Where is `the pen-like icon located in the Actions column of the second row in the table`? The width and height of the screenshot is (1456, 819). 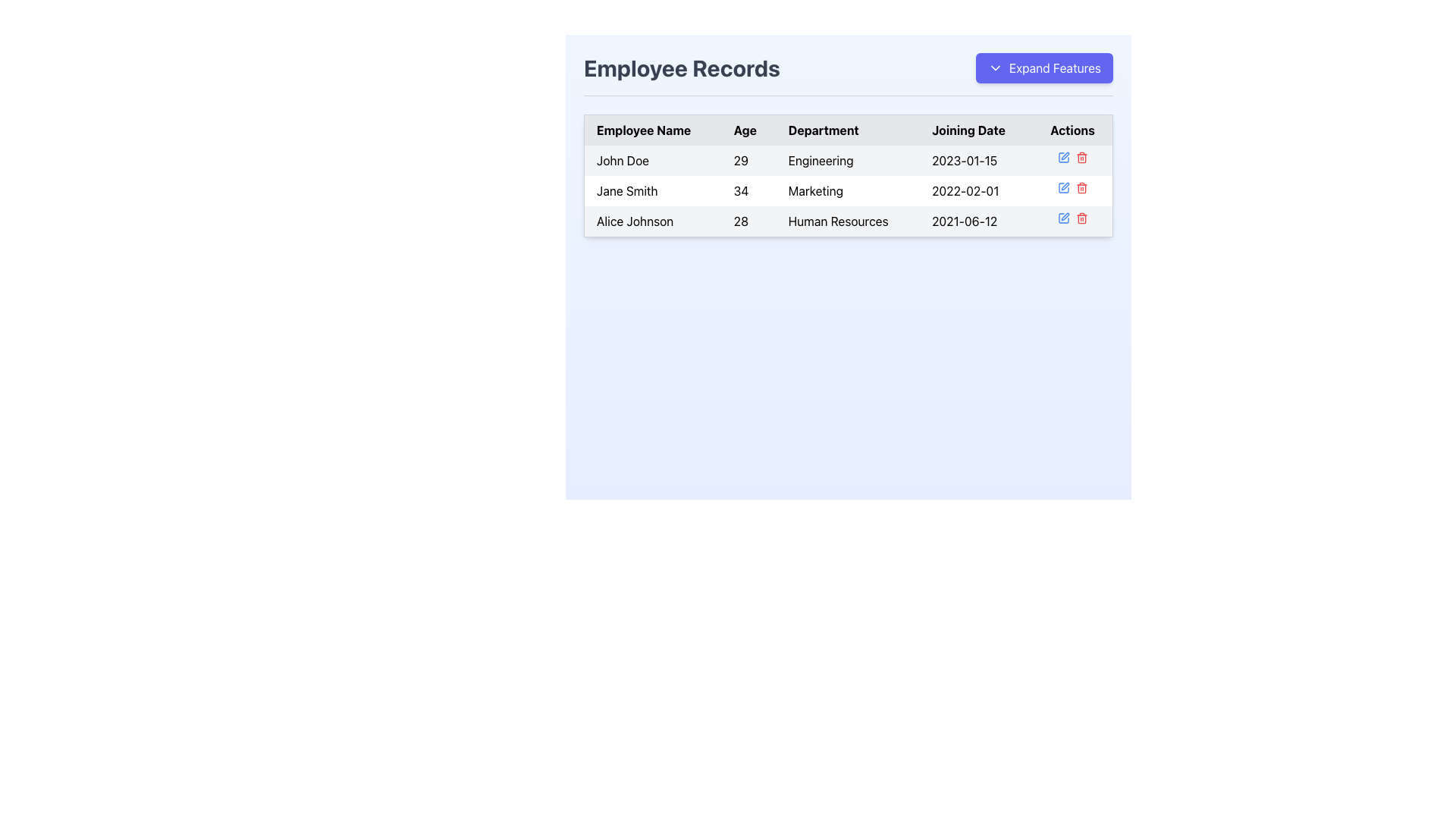 the pen-like icon located in the Actions column of the second row in the table is located at coordinates (1063, 186).